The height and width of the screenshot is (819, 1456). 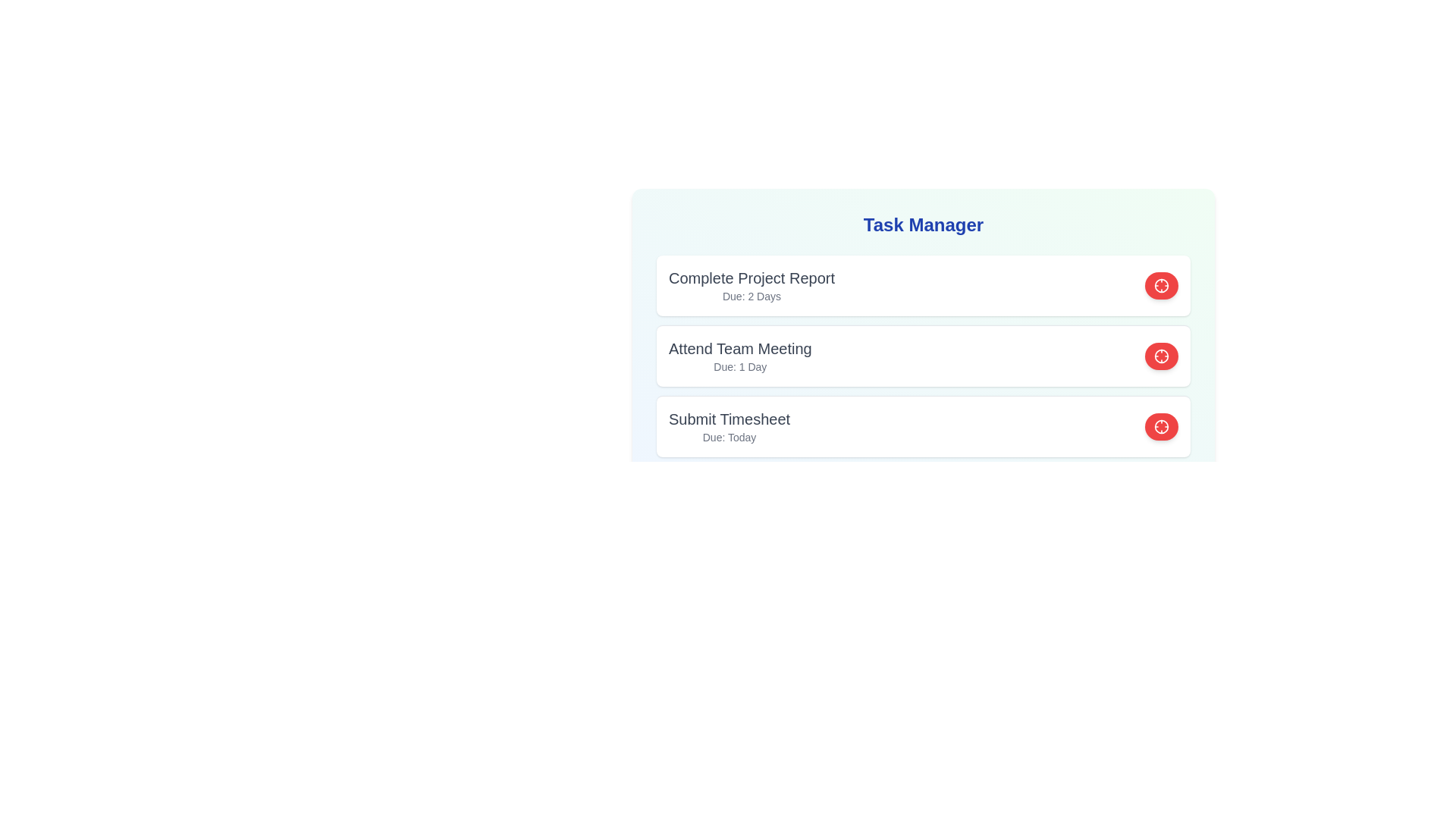 What do you see at coordinates (752, 296) in the screenshot?
I see `the text label displaying 'Due: 2 Days', which is styled in a smaller gray font and located below the heading 'Complete Project Report' within the task card` at bounding box center [752, 296].